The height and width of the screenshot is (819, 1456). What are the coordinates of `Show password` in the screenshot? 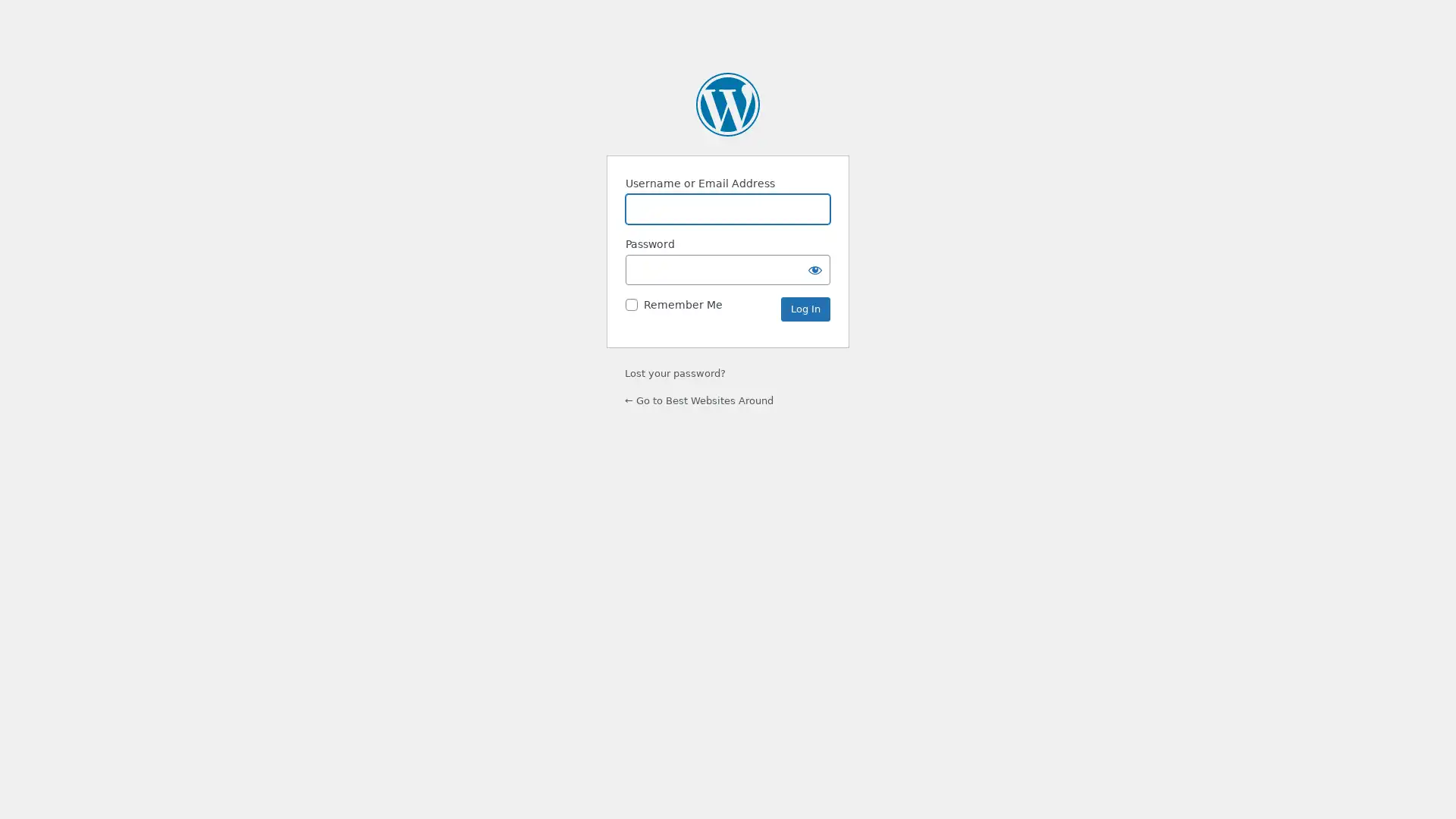 It's located at (814, 268).